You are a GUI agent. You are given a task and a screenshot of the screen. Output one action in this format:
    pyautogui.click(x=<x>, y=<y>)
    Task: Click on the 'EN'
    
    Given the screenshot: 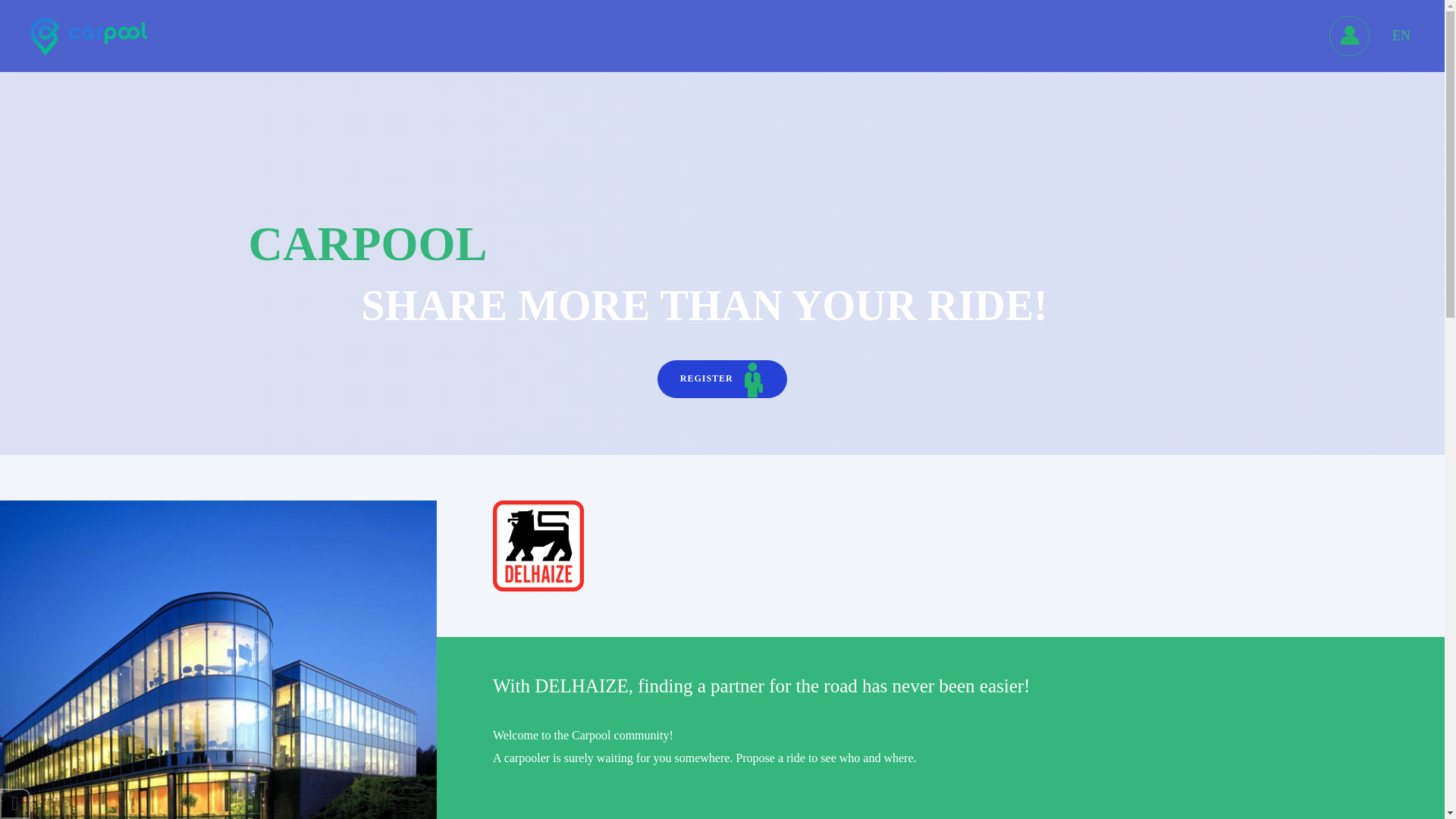 What is the action you would take?
    pyautogui.click(x=1401, y=34)
    